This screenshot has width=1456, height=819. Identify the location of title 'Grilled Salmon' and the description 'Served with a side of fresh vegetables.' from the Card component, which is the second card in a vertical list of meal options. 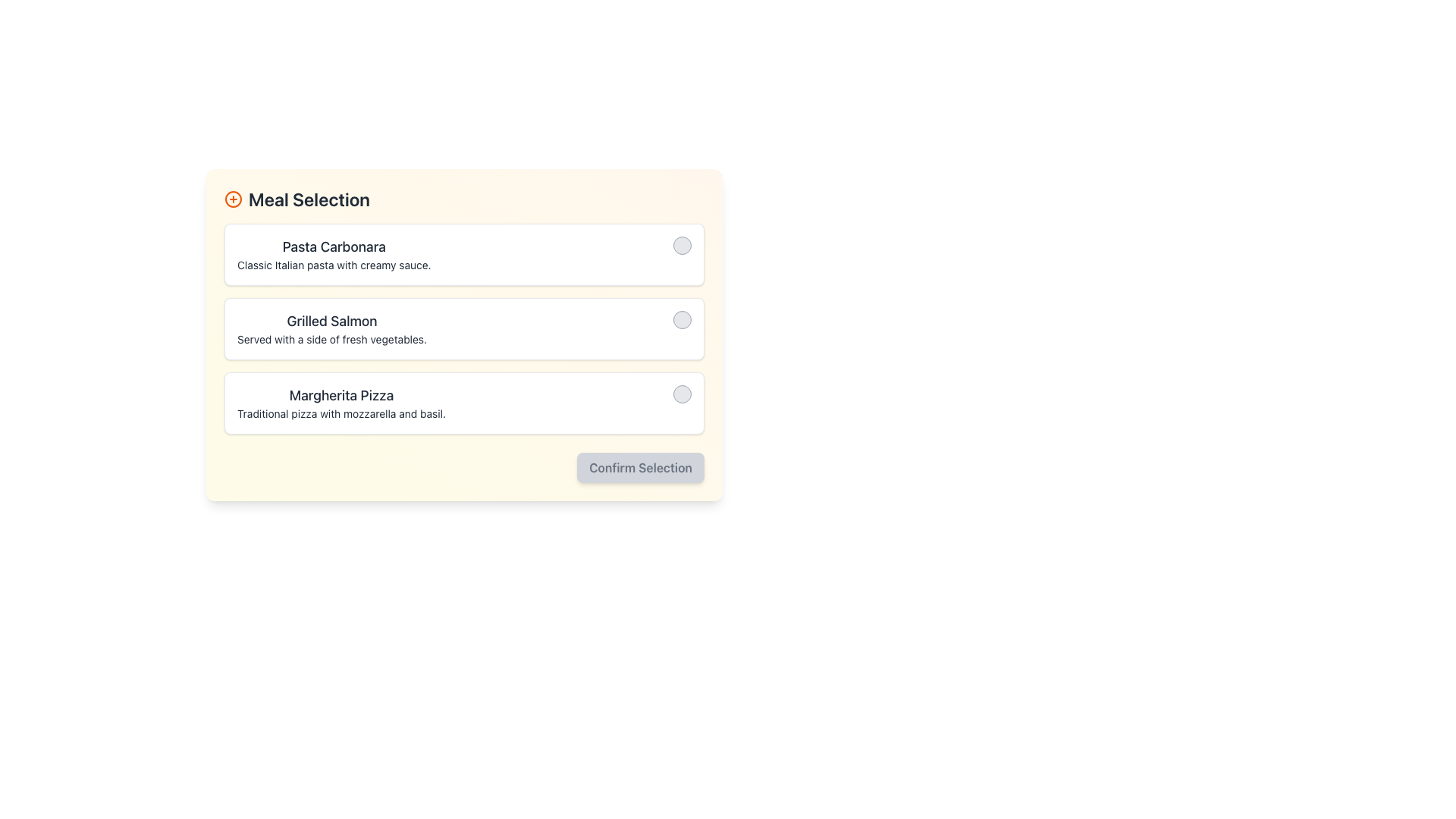
(463, 328).